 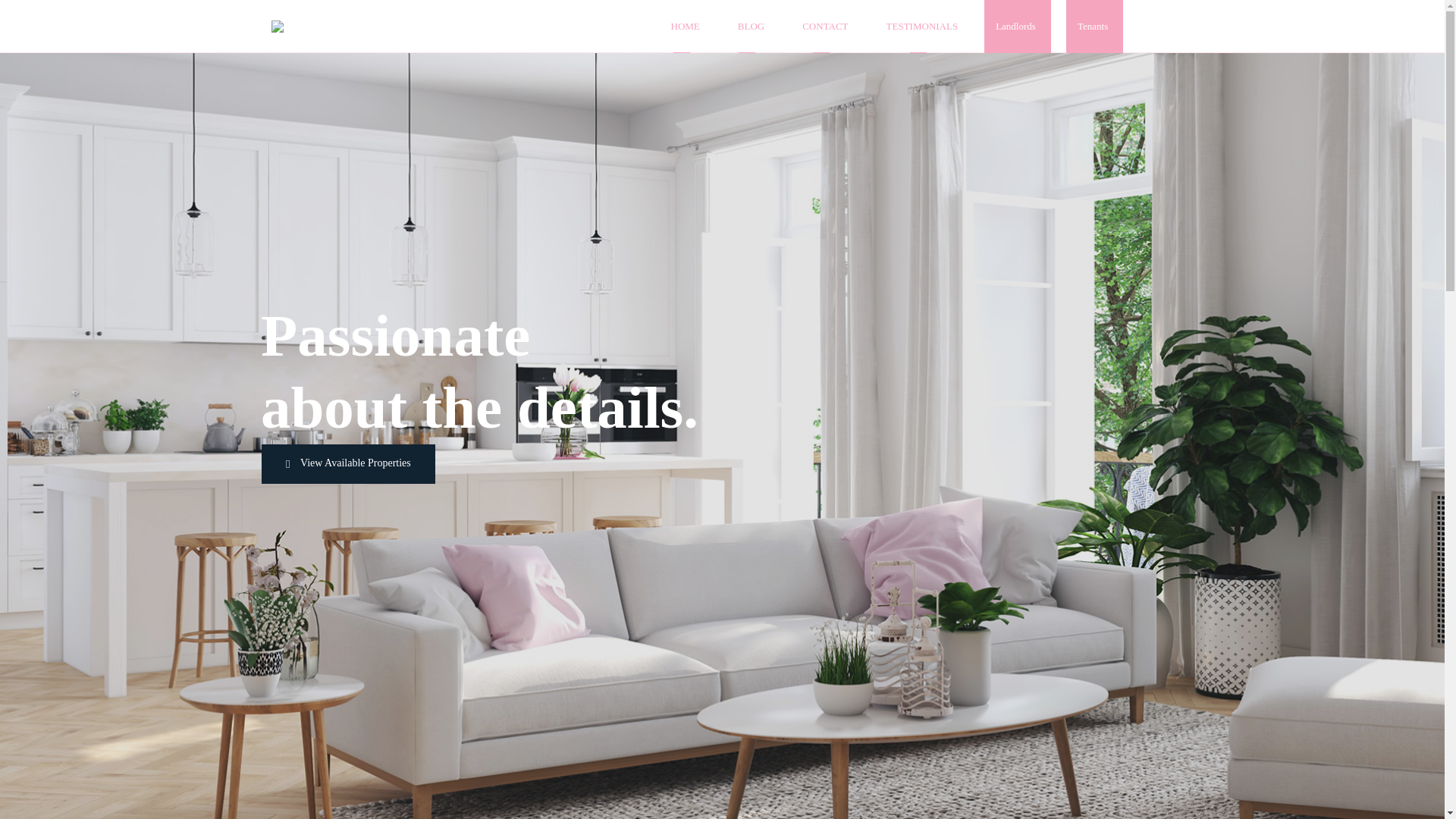 What do you see at coordinates (1094, 26) in the screenshot?
I see `'Tenants'` at bounding box center [1094, 26].